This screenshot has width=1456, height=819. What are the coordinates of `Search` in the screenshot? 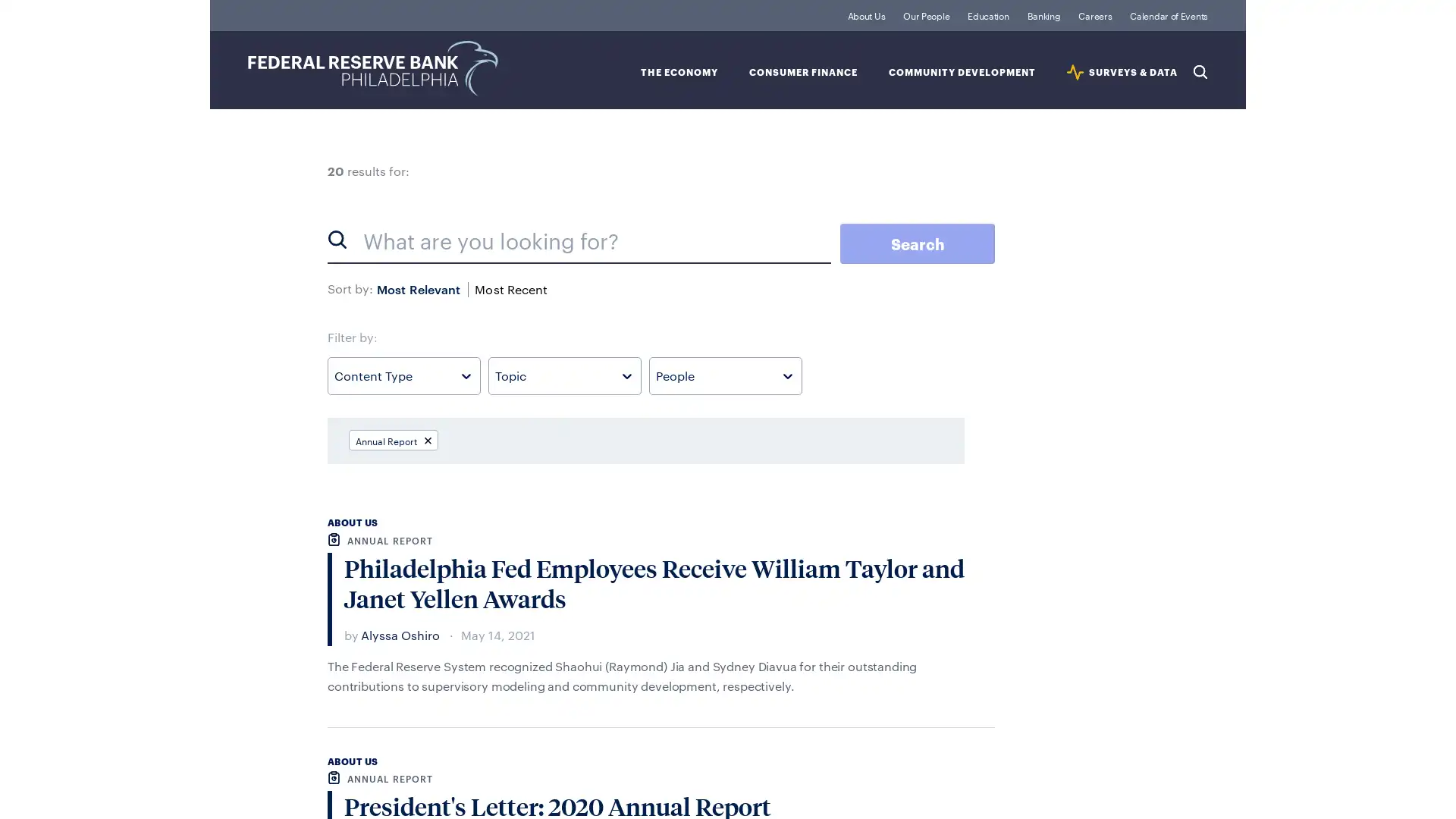 It's located at (1200, 71).